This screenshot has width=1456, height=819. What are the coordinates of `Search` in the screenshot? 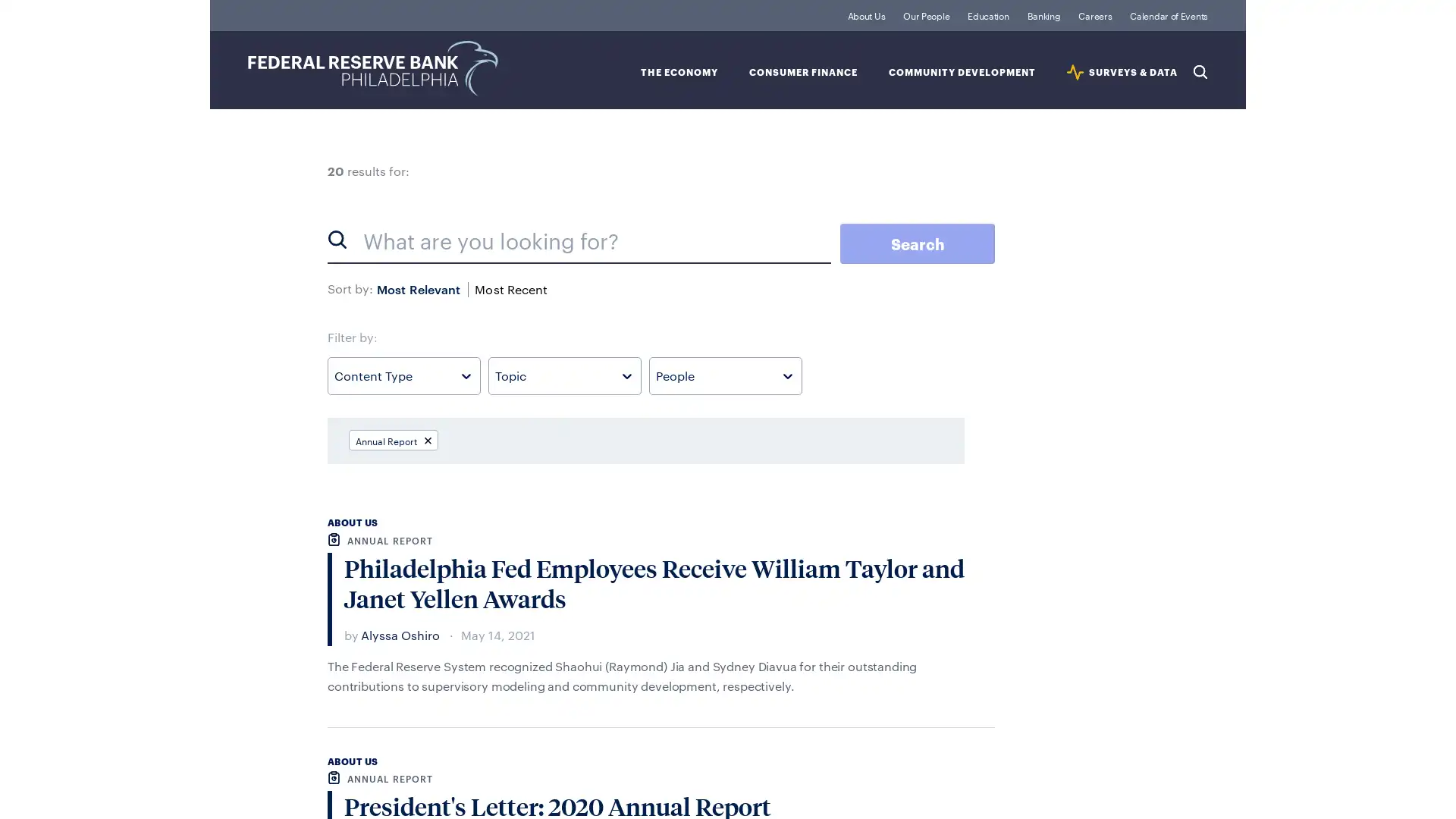 It's located at (1200, 71).